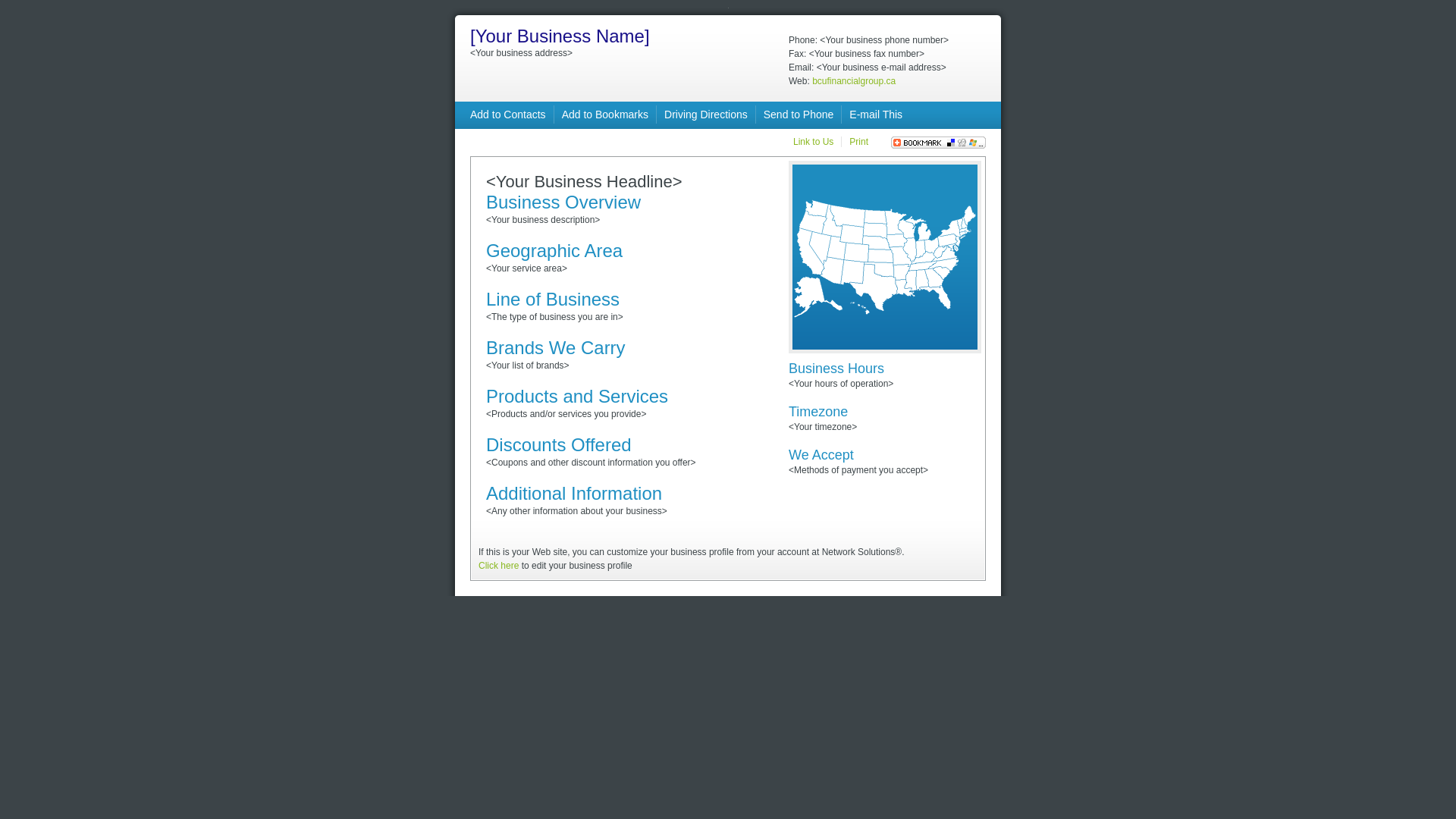 The height and width of the screenshot is (819, 1456). I want to click on 'Print', so click(858, 141).